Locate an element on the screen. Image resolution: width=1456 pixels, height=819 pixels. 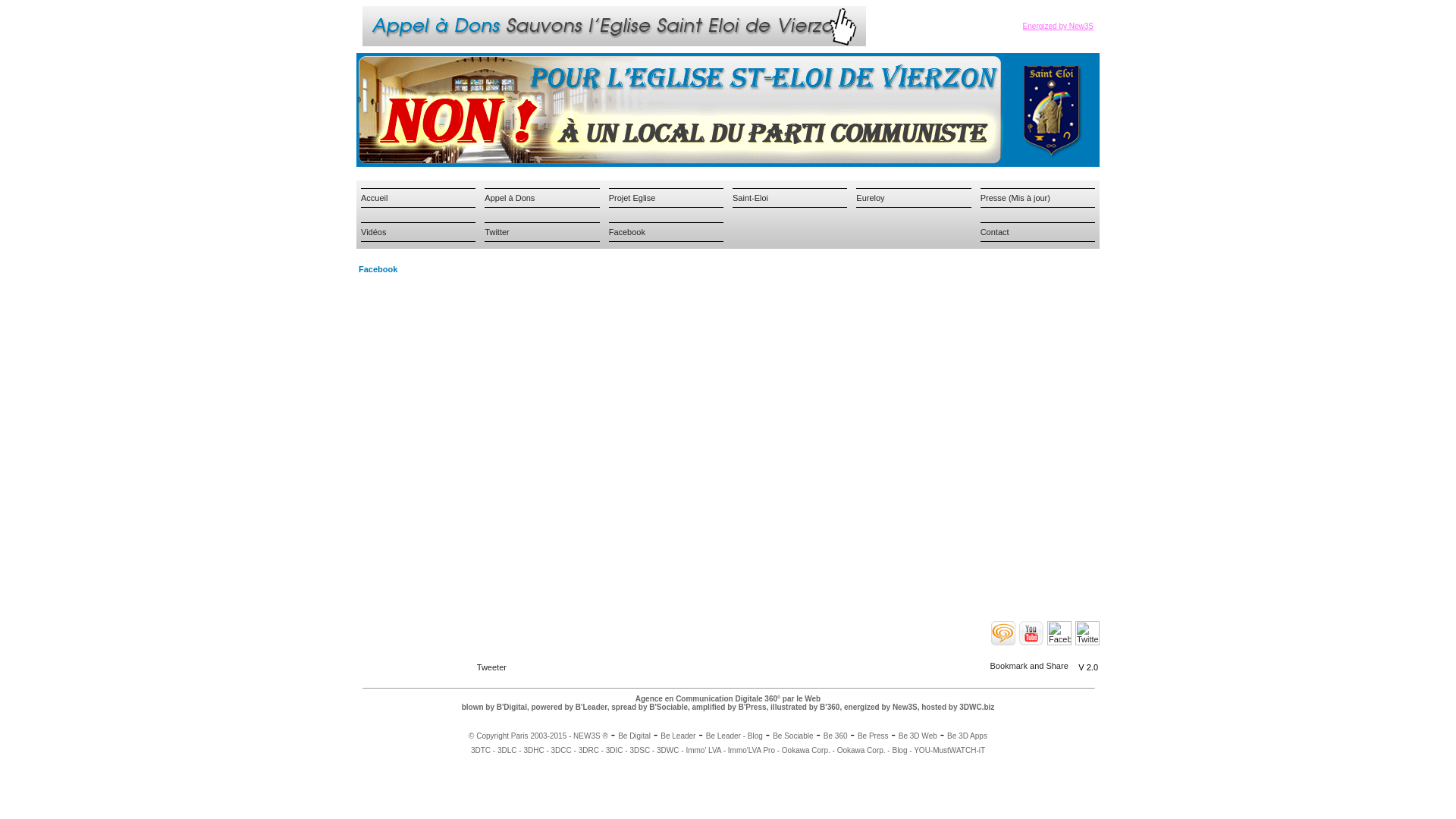
'Projet Eglise' is located at coordinates (632, 196).